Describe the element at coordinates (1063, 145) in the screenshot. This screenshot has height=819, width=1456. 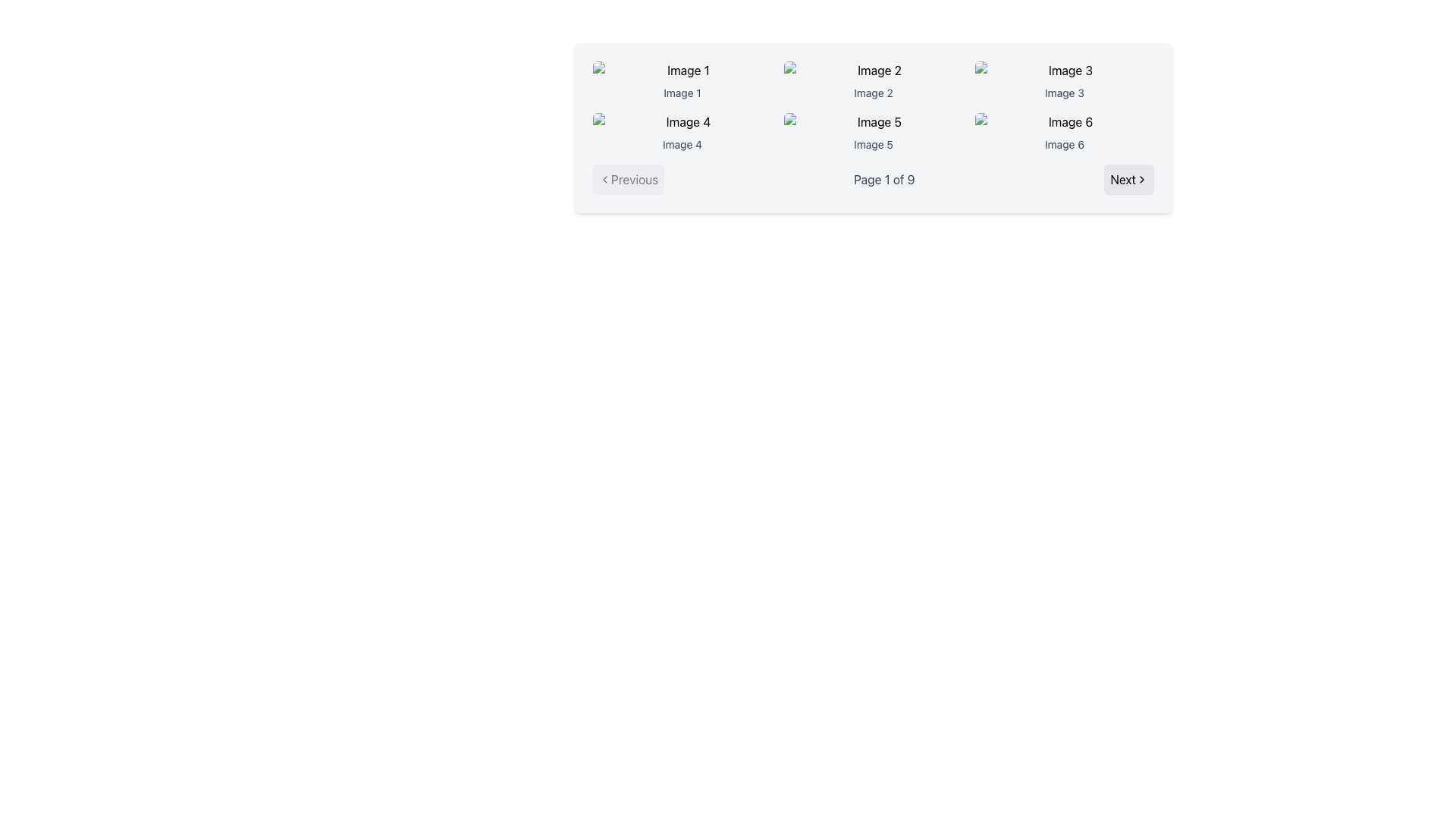
I see `the label displaying 'Image 6', which is styled in gray and positioned below the sixth image` at that location.